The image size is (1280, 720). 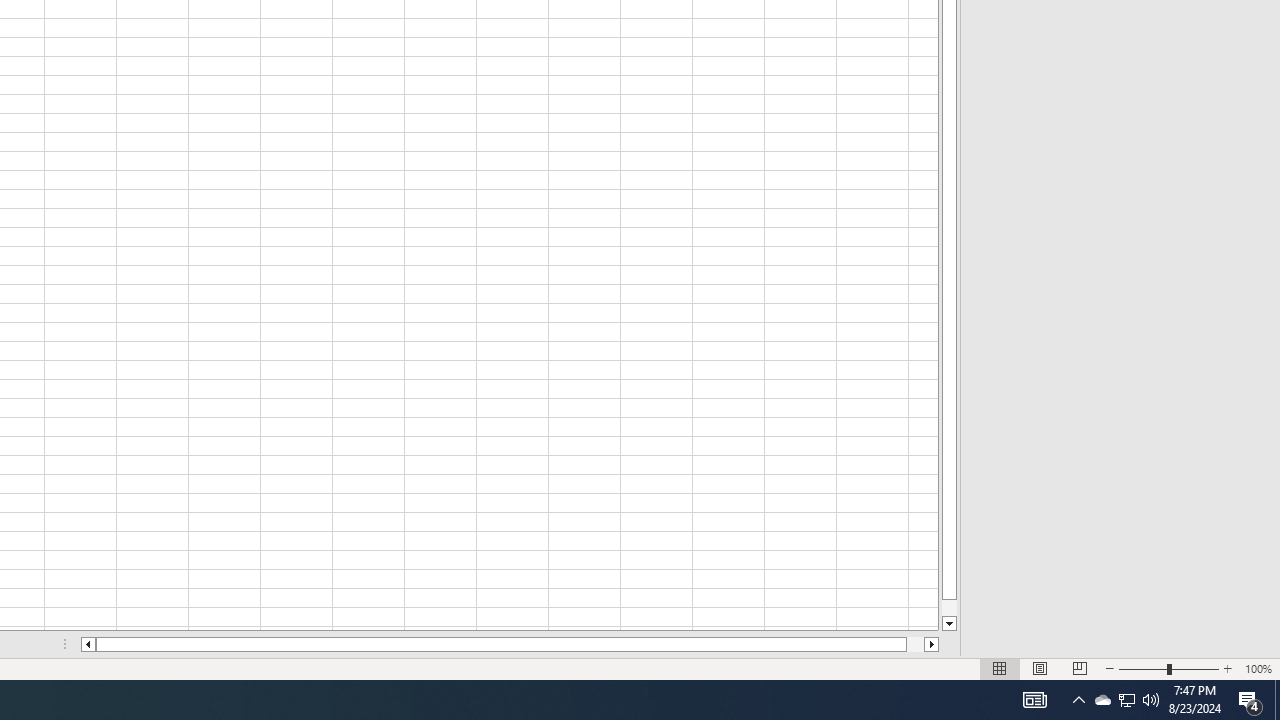 I want to click on 'Column left', so click(x=86, y=644).